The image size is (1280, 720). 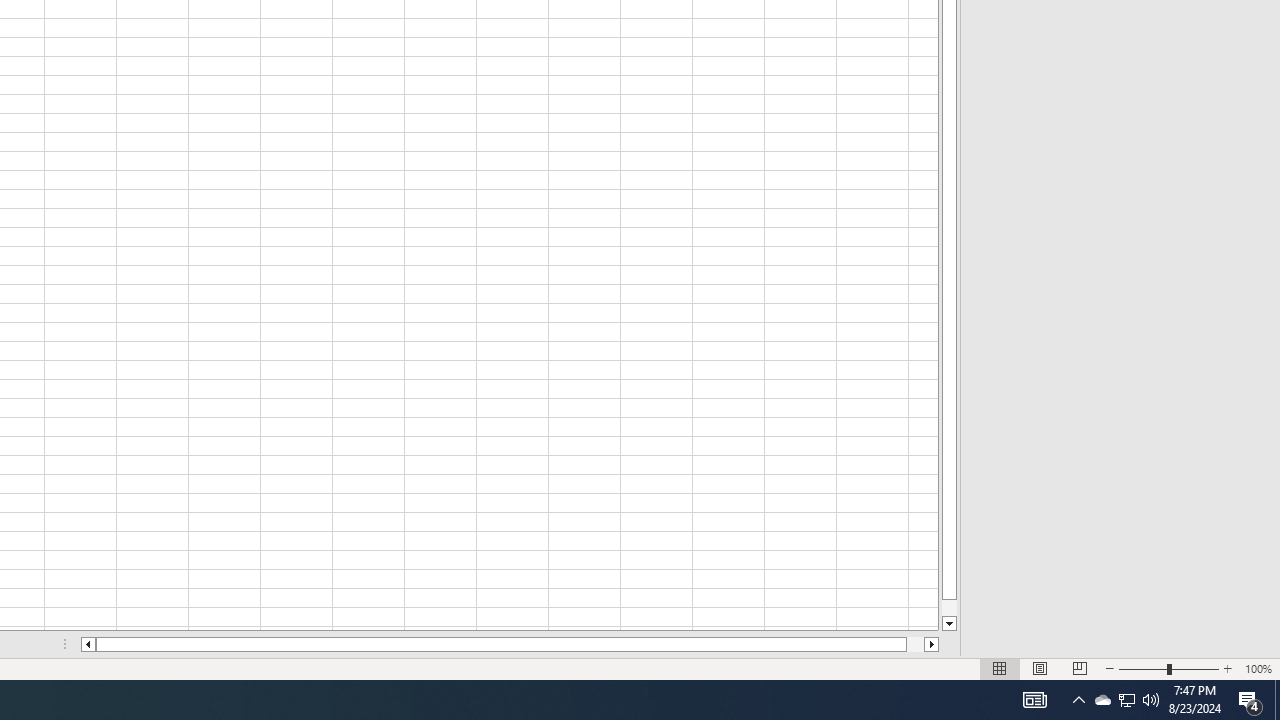 I want to click on 'Column left', so click(x=86, y=644).